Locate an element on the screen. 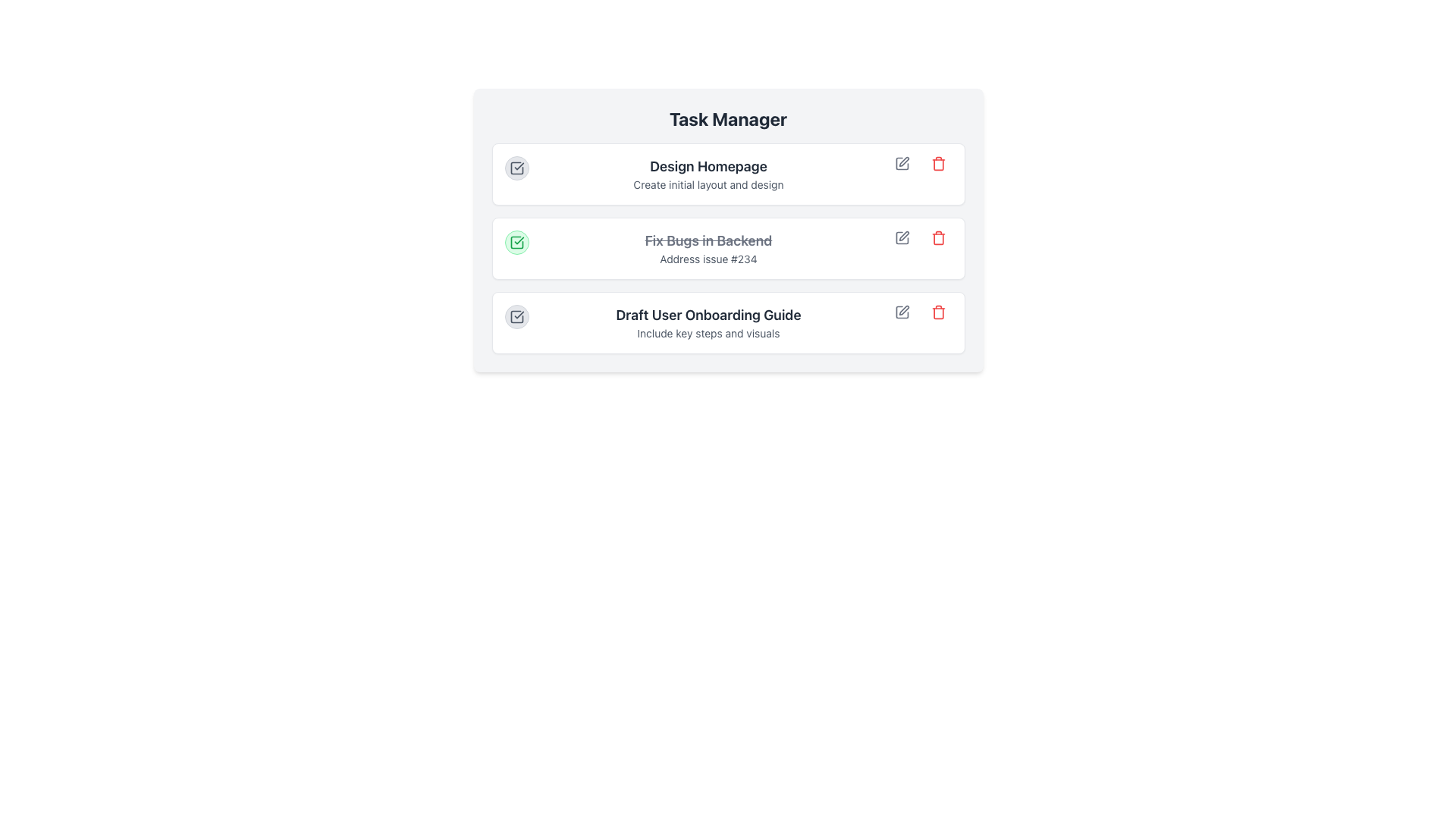  the Text label providing additional details for the task titled 'Design Homepage', located below the header text is located at coordinates (708, 184).